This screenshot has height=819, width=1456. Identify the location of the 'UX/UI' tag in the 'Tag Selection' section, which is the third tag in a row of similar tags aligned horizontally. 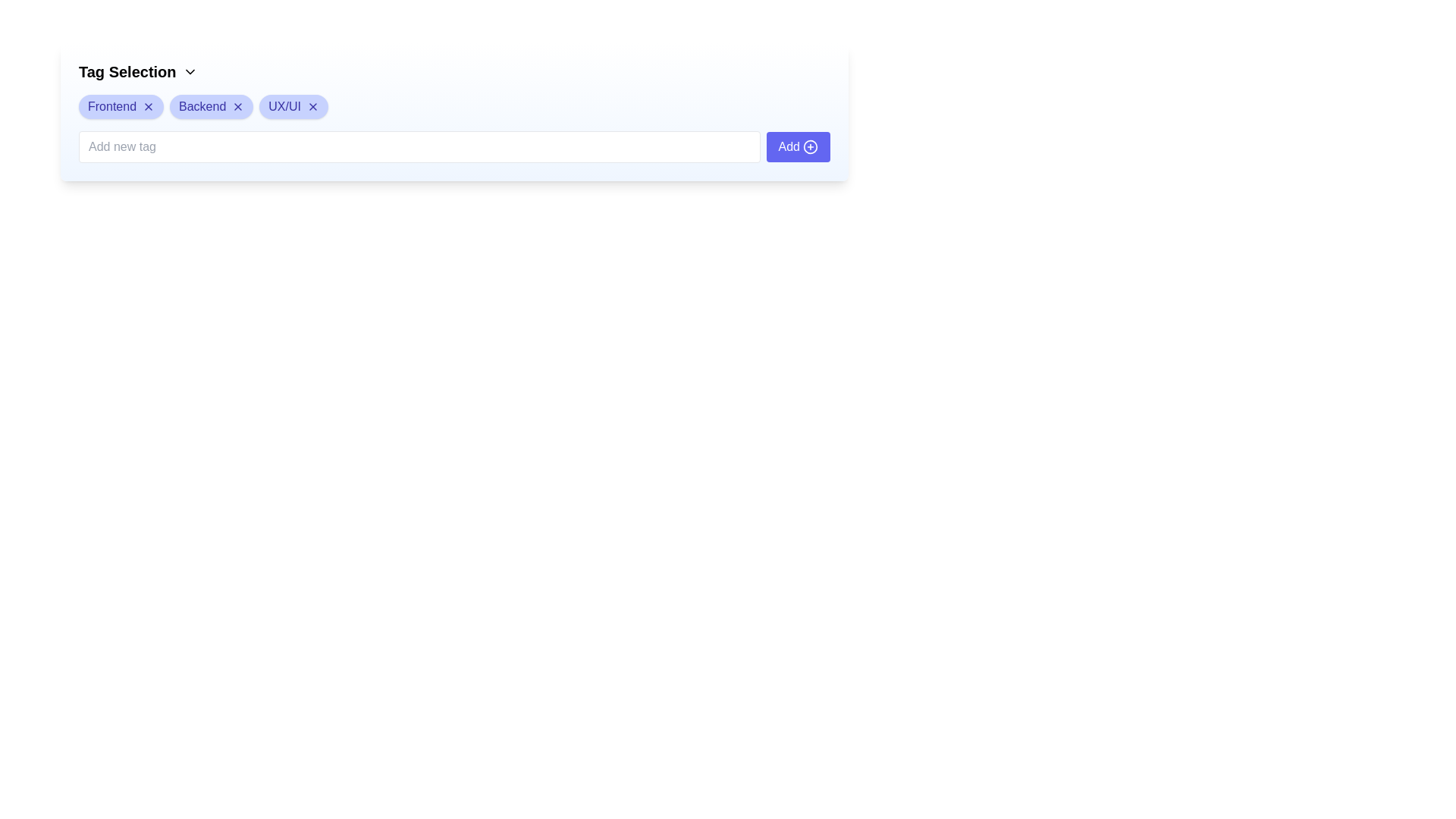
(293, 106).